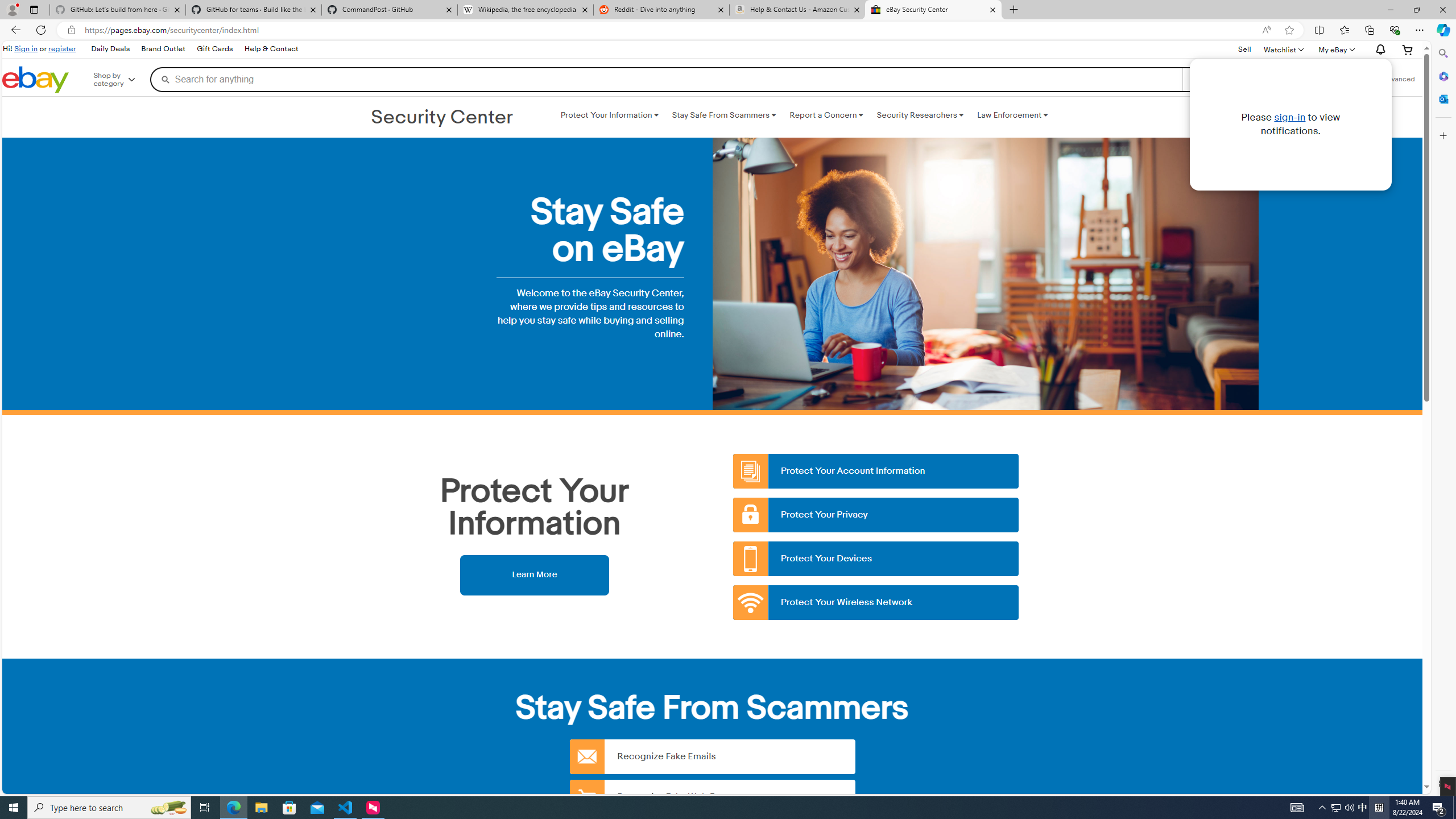 Image resolution: width=1456 pixels, height=819 pixels. I want to click on 'Help & Contact Us - Amazon Customer Service - Sleeping', so click(797, 9).